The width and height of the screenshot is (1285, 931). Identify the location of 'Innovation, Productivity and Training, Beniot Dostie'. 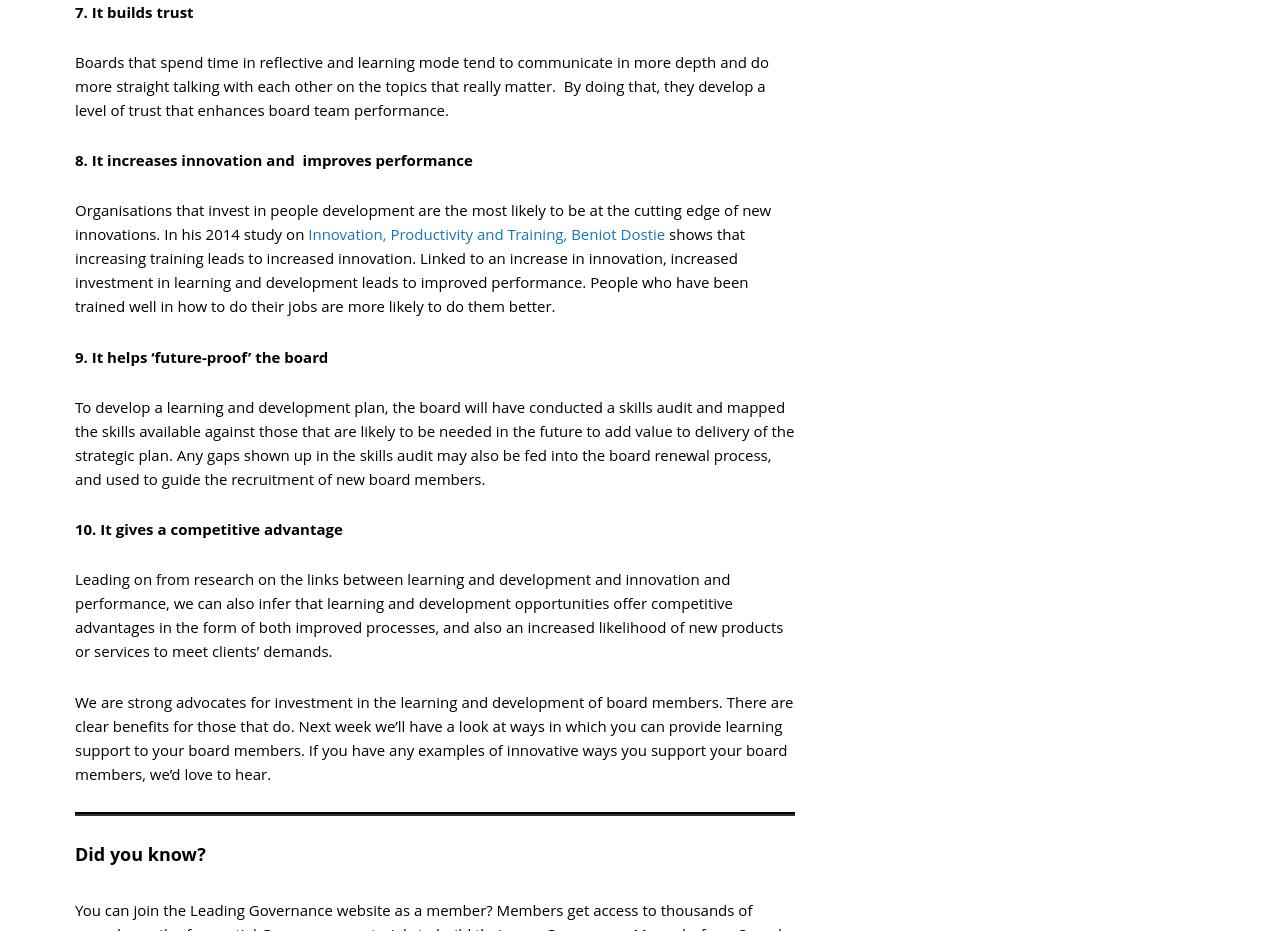
(484, 233).